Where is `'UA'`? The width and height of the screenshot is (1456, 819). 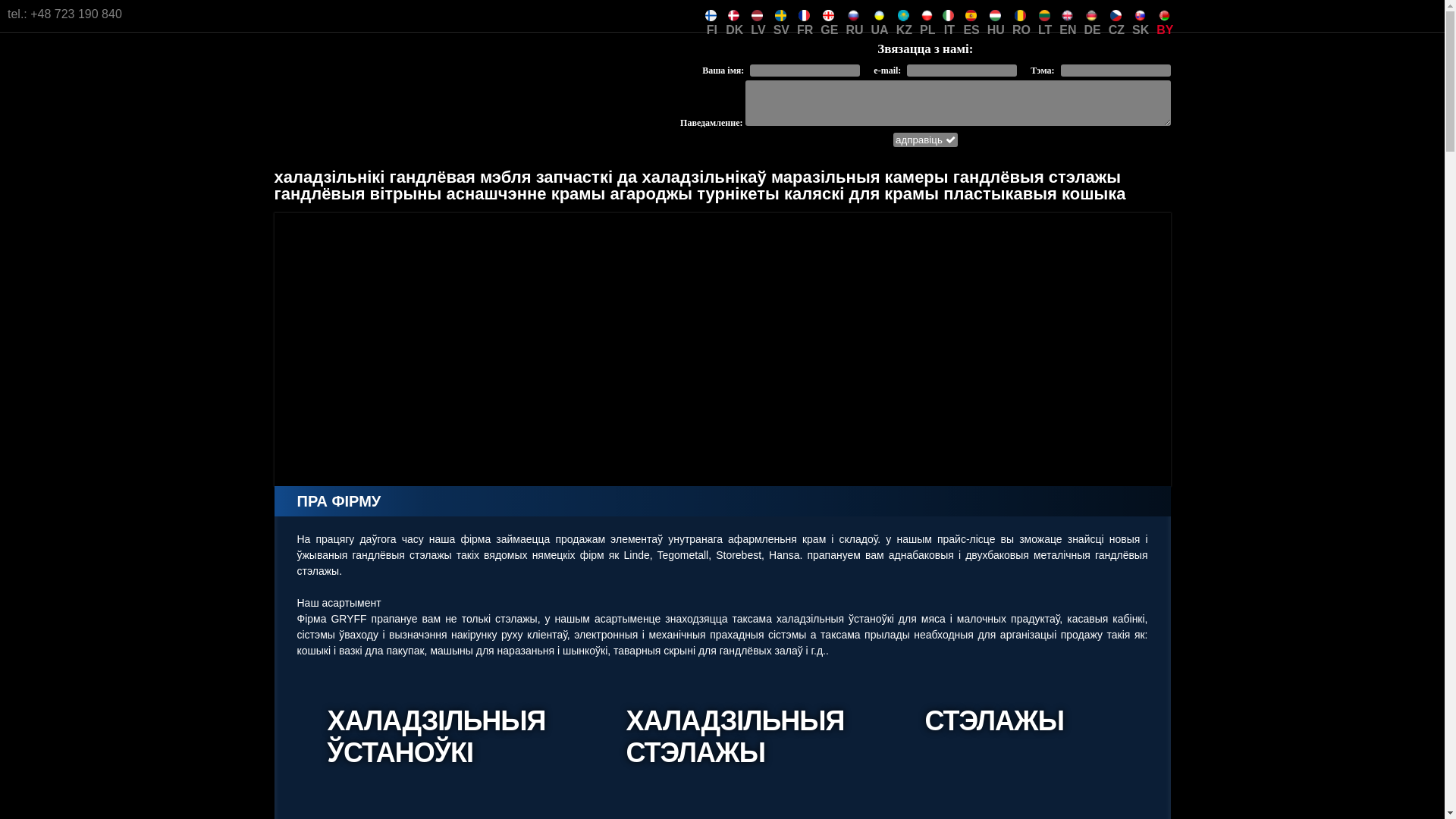
'UA' is located at coordinates (880, 14).